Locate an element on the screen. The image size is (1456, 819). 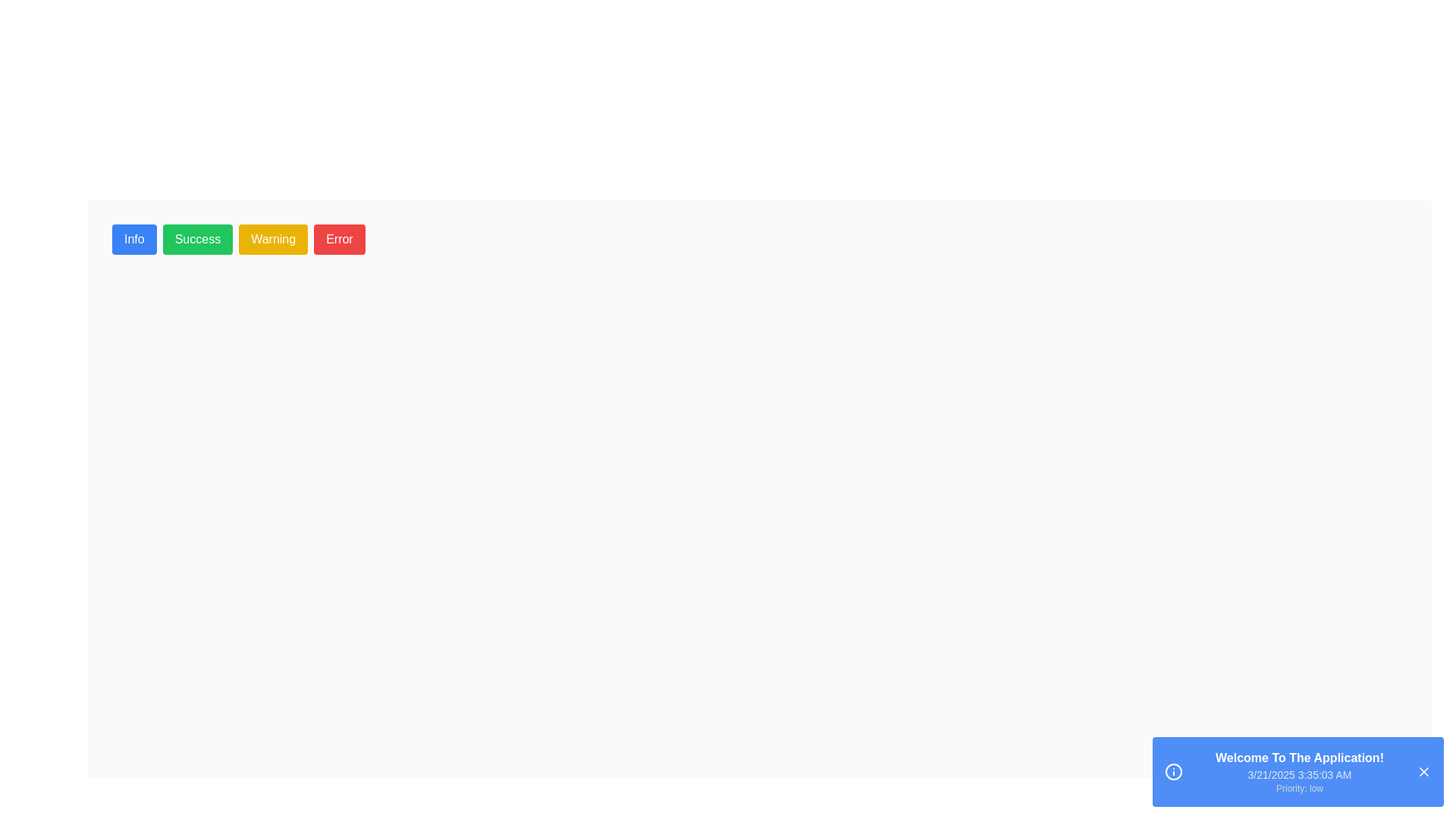
the static text element displaying 'Welcome to the application!' which is styled in bold and capitalized font within a blue notification box located at the bottom-right corner of the interface is located at coordinates (1298, 758).